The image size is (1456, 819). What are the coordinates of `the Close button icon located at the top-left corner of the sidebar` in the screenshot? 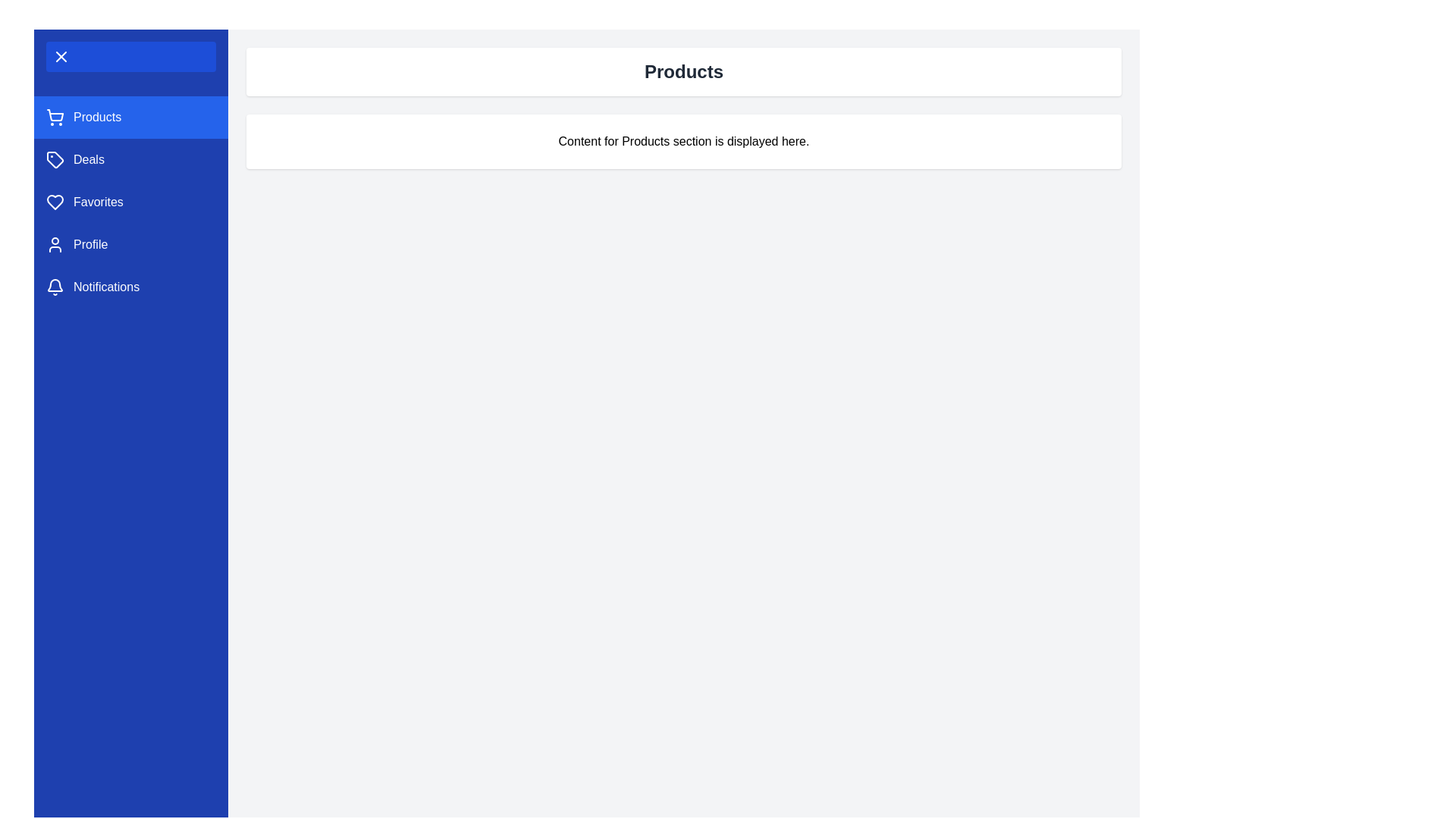 It's located at (61, 55).